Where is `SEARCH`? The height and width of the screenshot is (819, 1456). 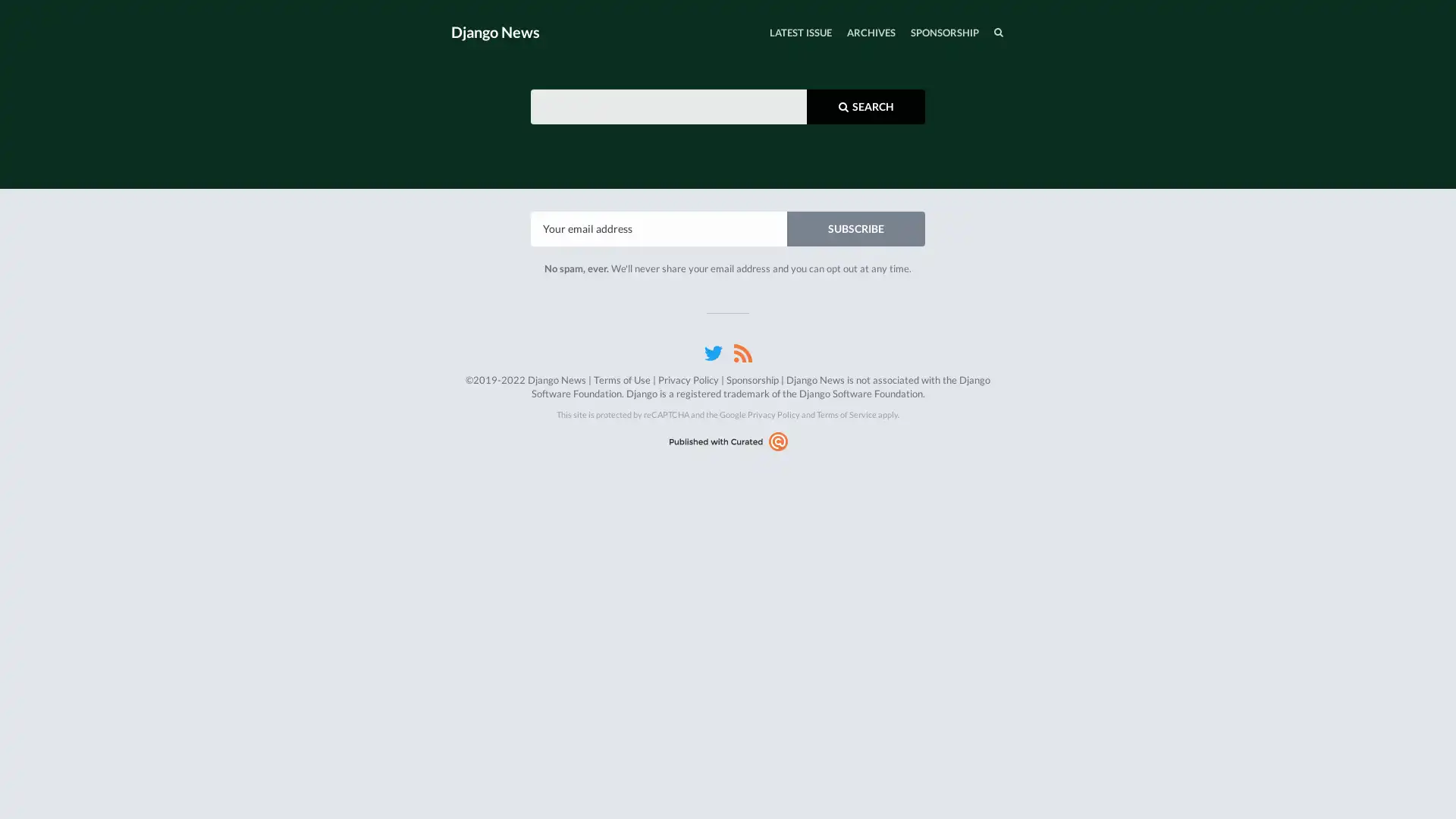 SEARCH is located at coordinates (866, 105).